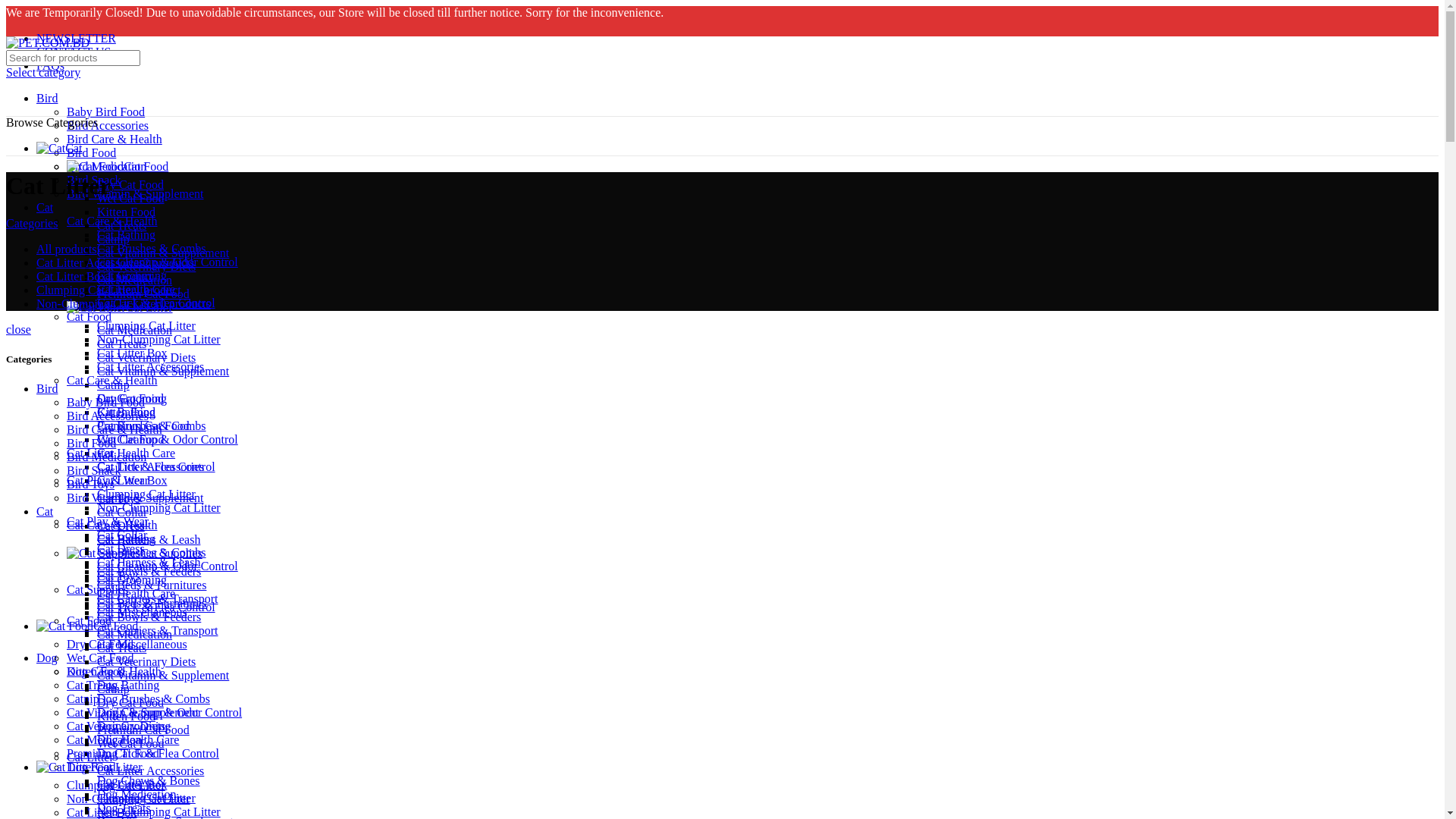  What do you see at coordinates (152, 602) in the screenshot?
I see `'Cat Beds & Furnitures'` at bounding box center [152, 602].